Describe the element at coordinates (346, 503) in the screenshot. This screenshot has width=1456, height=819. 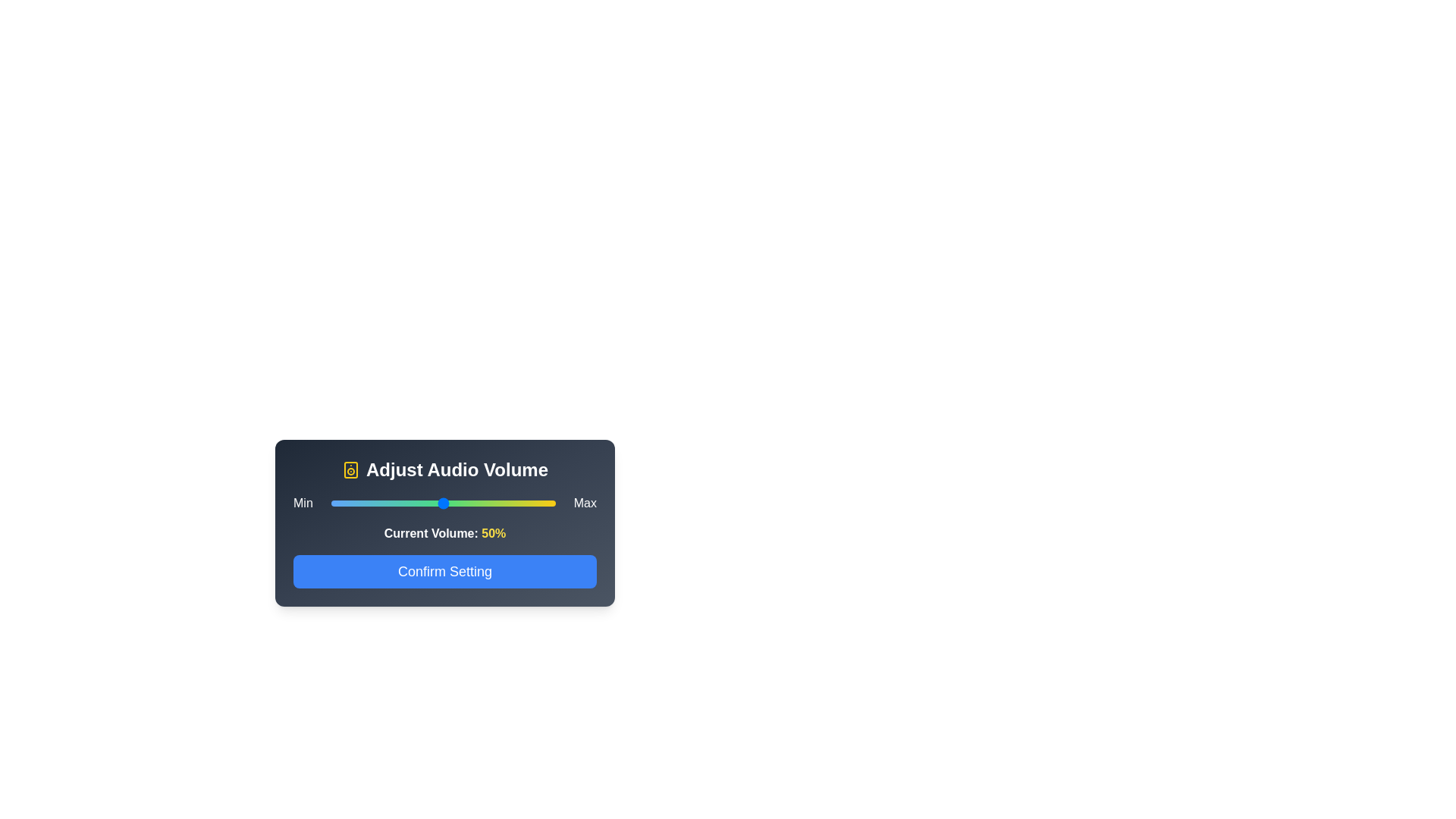
I see `the volume slider to 7%` at that location.